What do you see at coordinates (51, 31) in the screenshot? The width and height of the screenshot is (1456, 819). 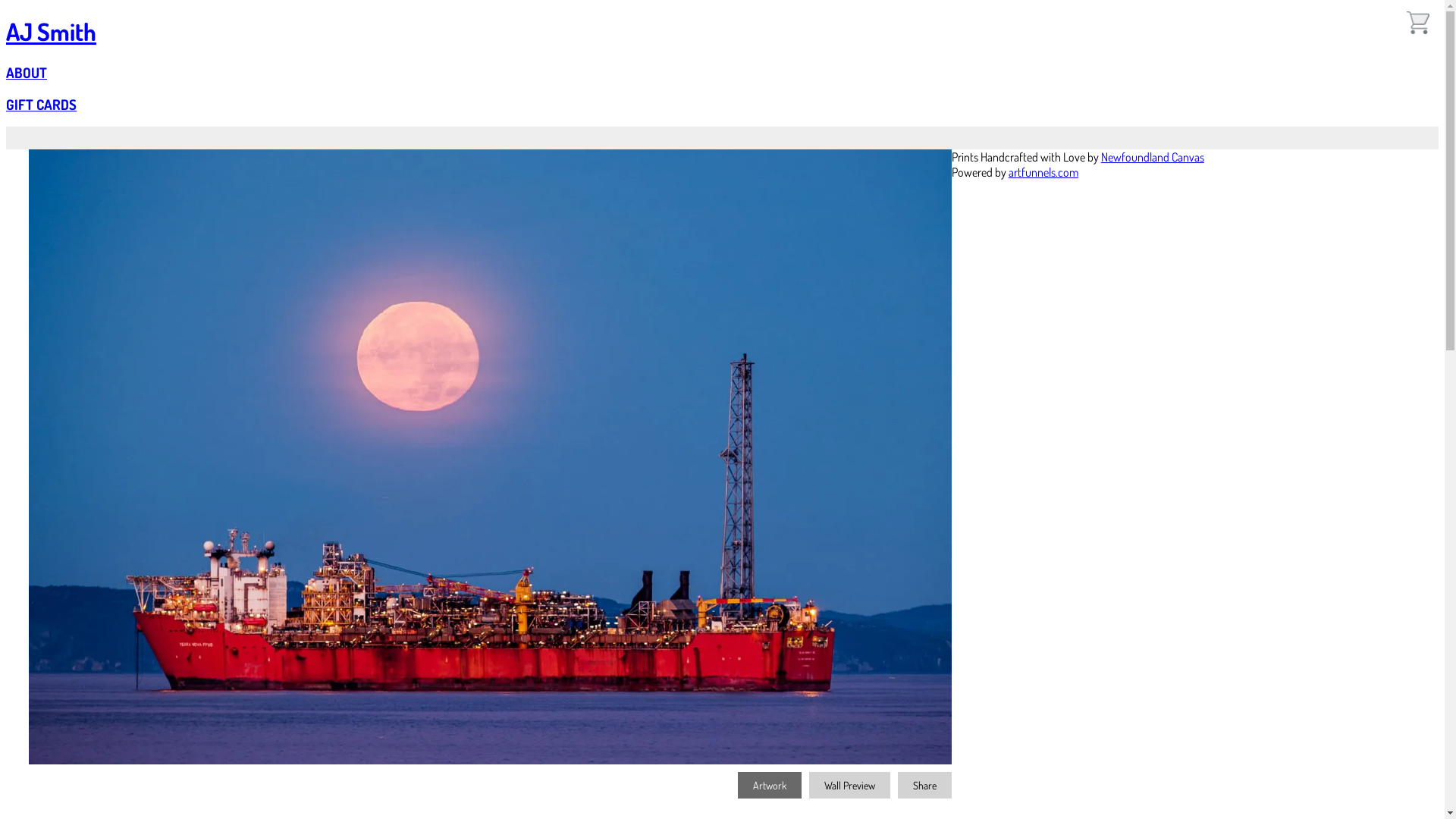 I see `'AJ Smith'` at bounding box center [51, 31].